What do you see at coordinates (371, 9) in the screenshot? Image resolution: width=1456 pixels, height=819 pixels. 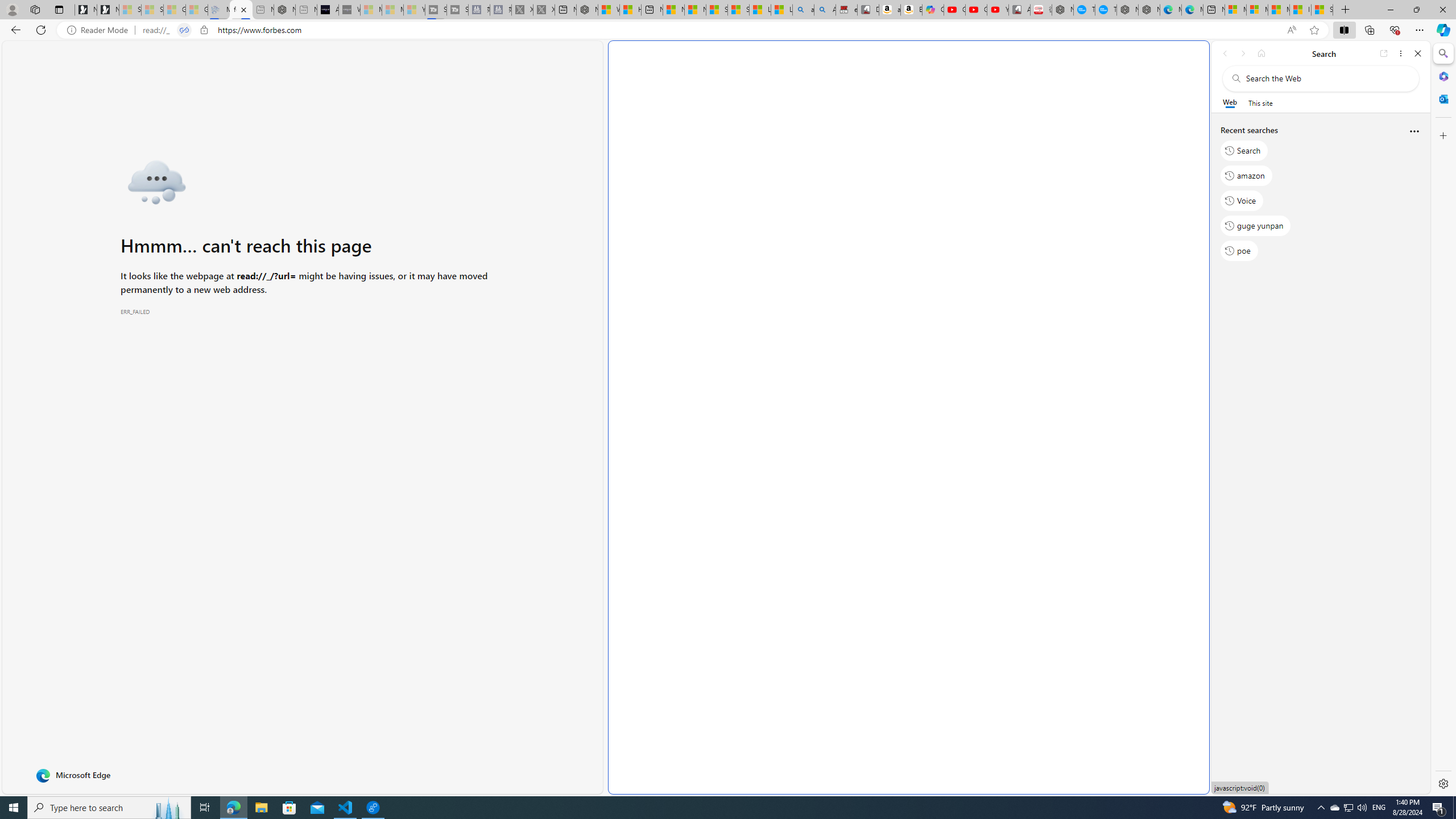 I see `'Microsoft Start Sports - Sleeping'` at bounding box center [371, 9].